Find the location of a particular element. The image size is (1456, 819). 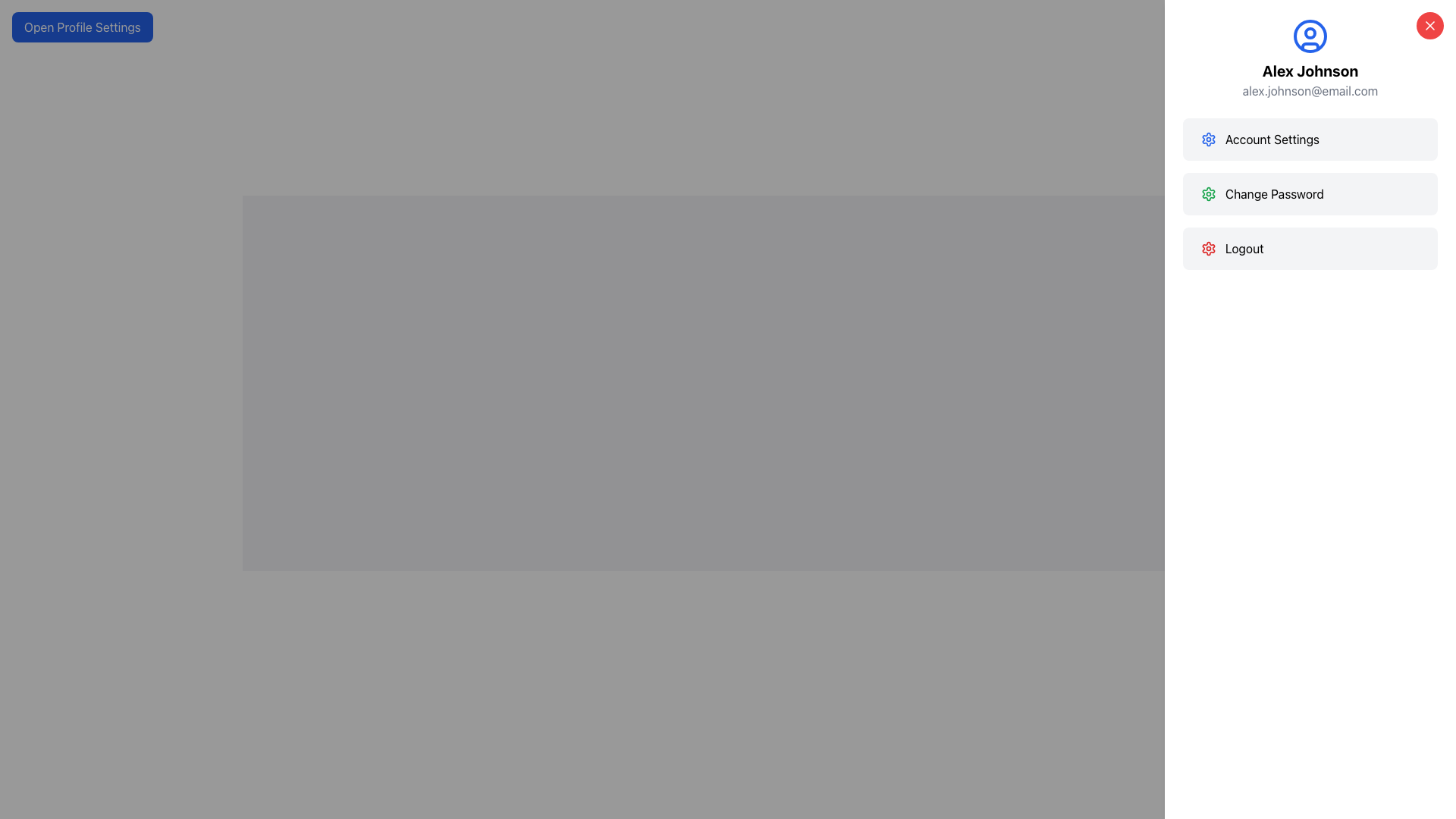

the outermost circle of the user profile icon located at the top-right corner of the layout is located at coordinates (1310, 35).